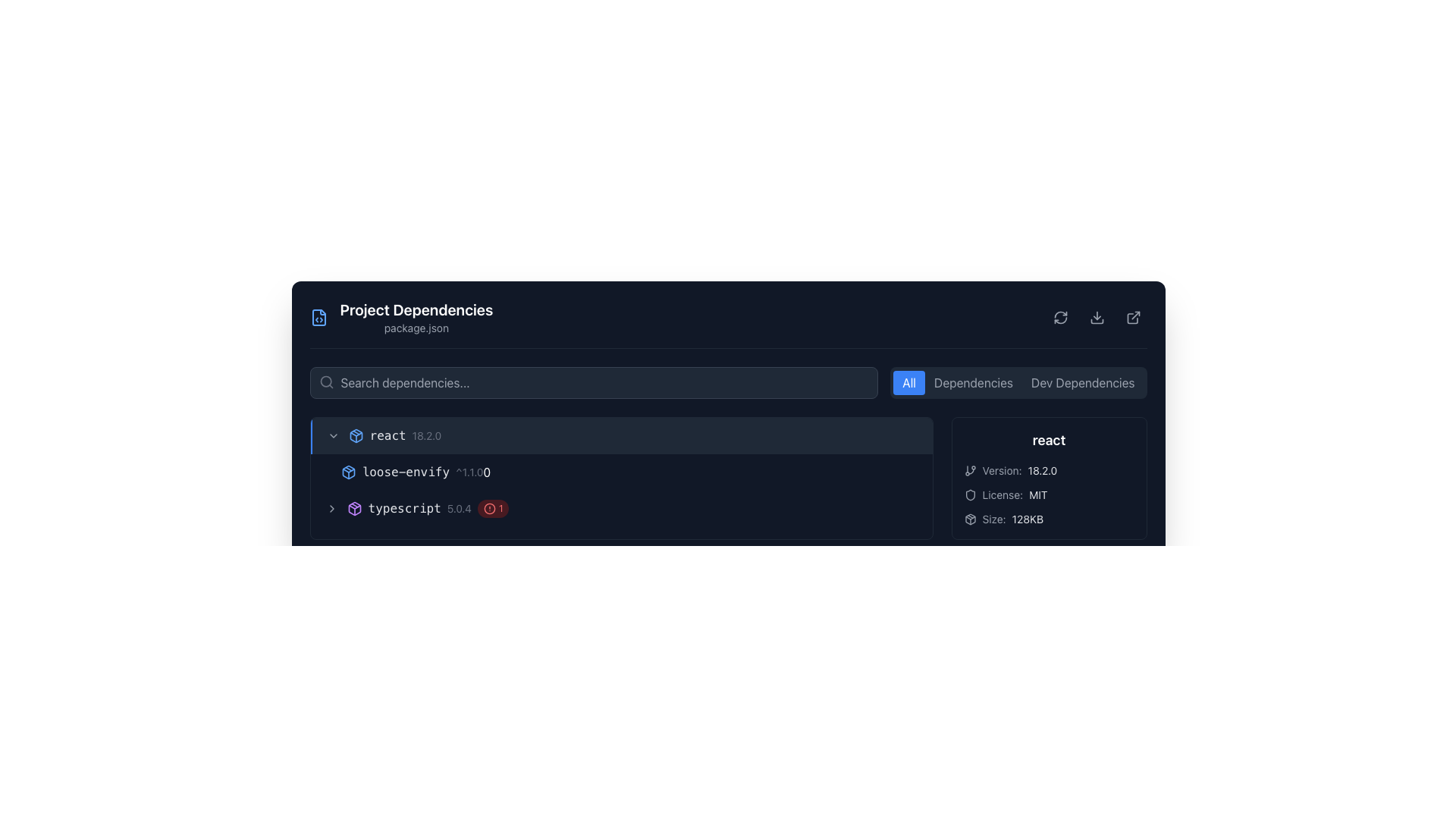 This screenshot has width=1456, height=819. I want to click on the second text component displaying 'react 18.2.0', so click(425, 435).